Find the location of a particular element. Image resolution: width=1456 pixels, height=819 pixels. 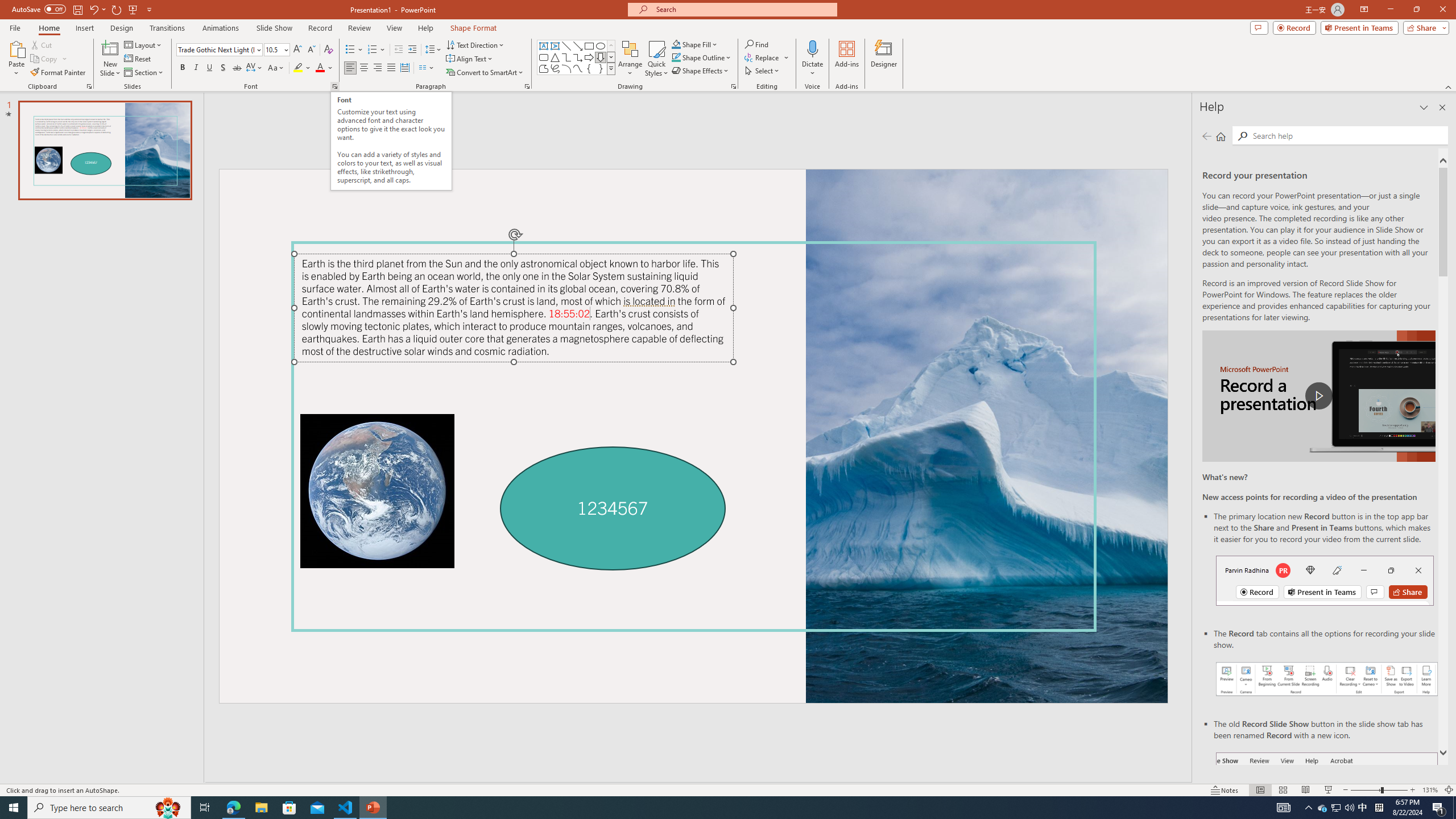

'Freeform: Shape' is located at coordinates (543, 68).